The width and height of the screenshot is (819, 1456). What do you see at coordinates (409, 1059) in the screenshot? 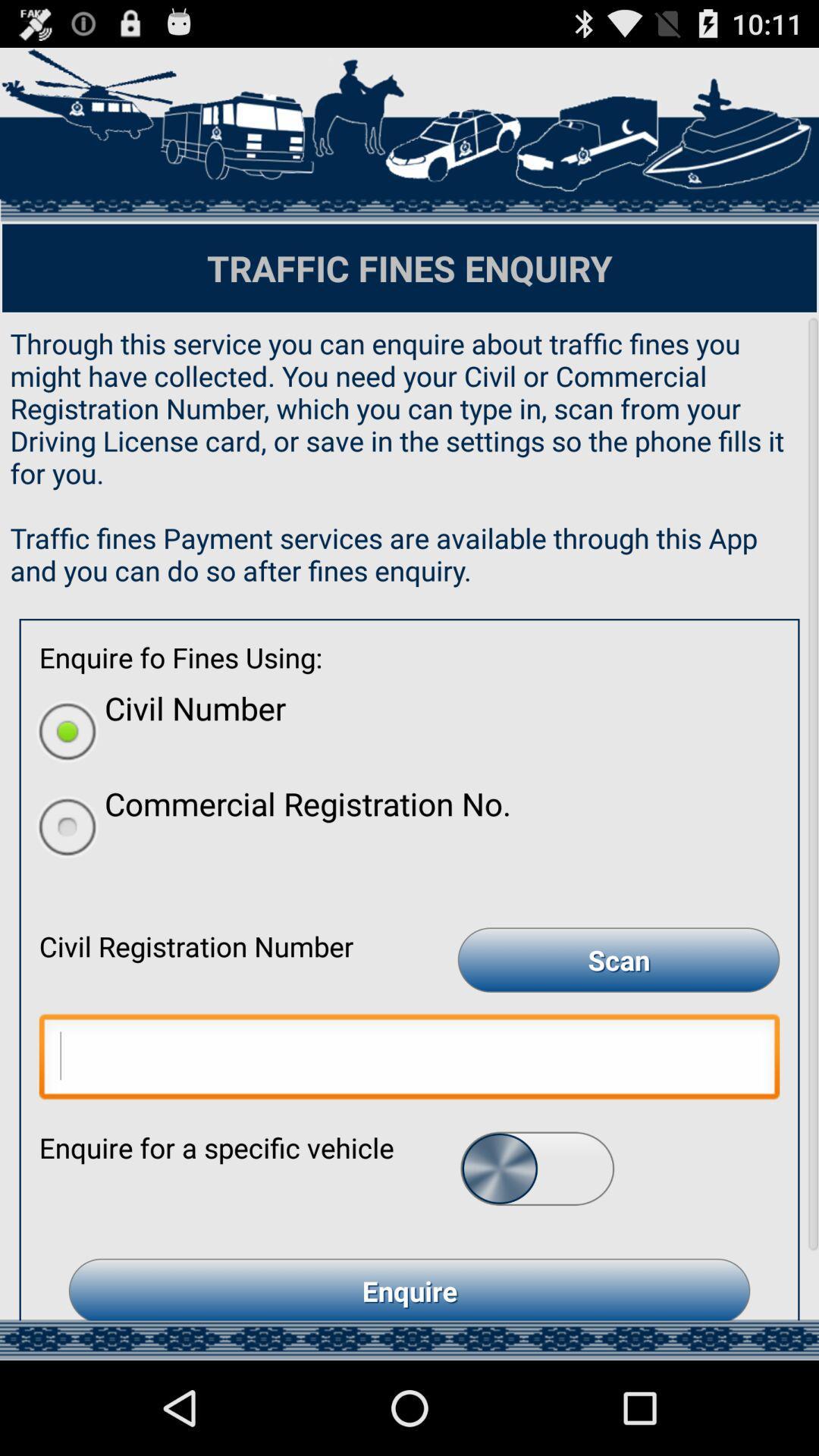
I see `type name to sign` at bounding box center [409, 1059].